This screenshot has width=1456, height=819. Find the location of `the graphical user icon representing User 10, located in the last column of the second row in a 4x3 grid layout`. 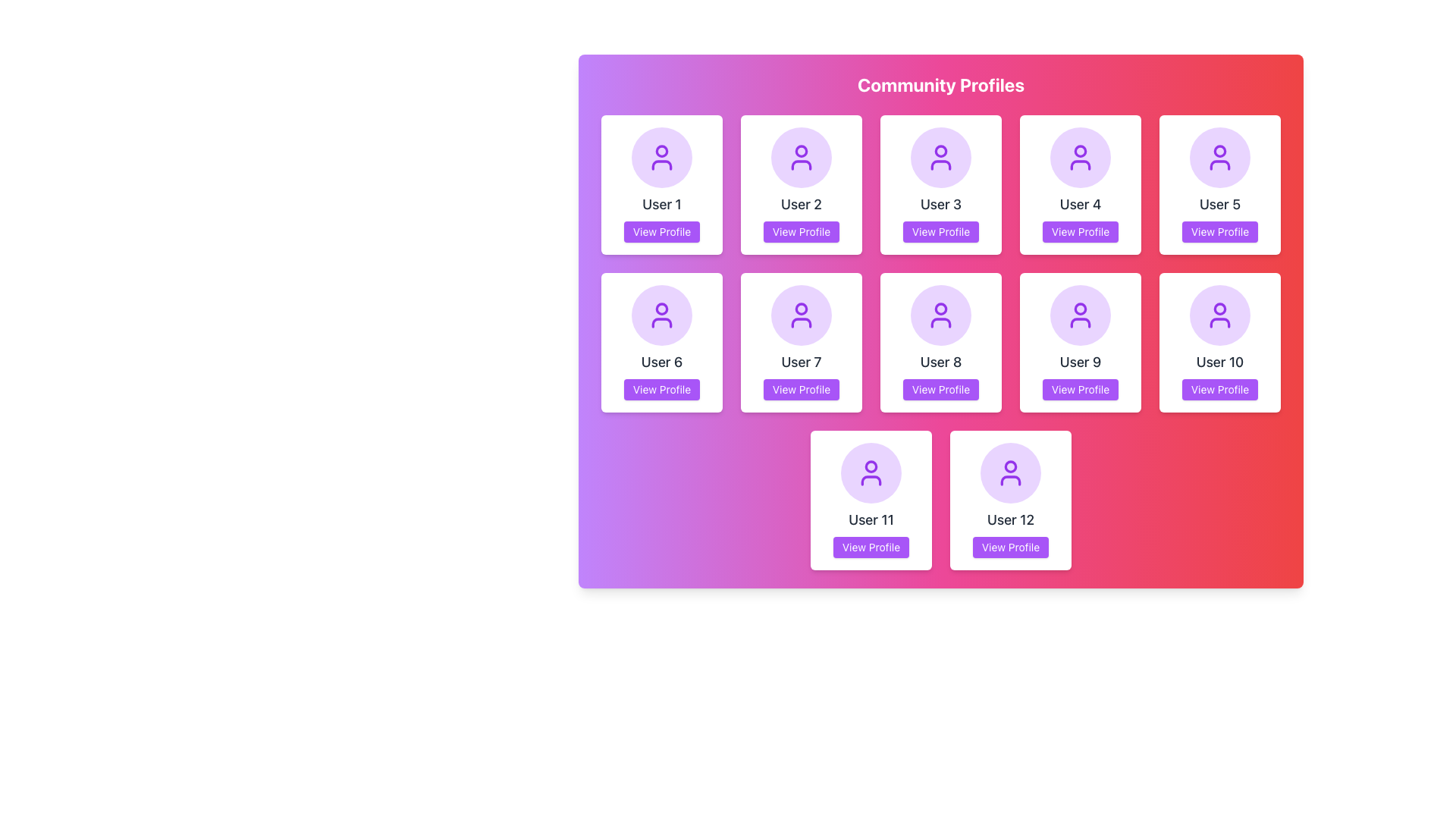

the graphical user icon representing User 10, located in the last column of the second row in a 4x3 grid layout is located at coordinates (1219, 315).